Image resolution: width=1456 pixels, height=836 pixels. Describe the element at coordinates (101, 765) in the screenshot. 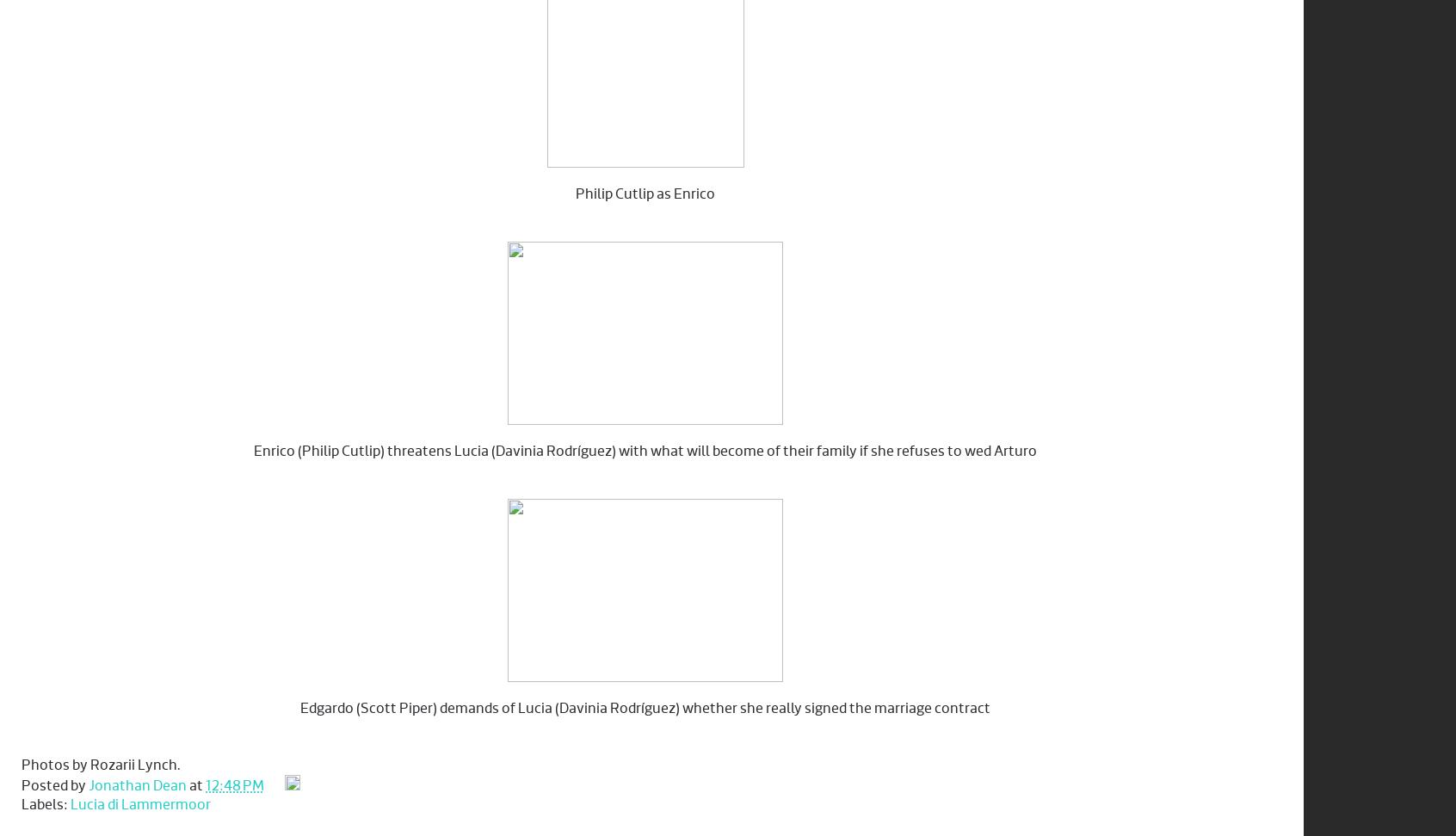

I see `'Photos by Rozarii Lynch.'` at that location.